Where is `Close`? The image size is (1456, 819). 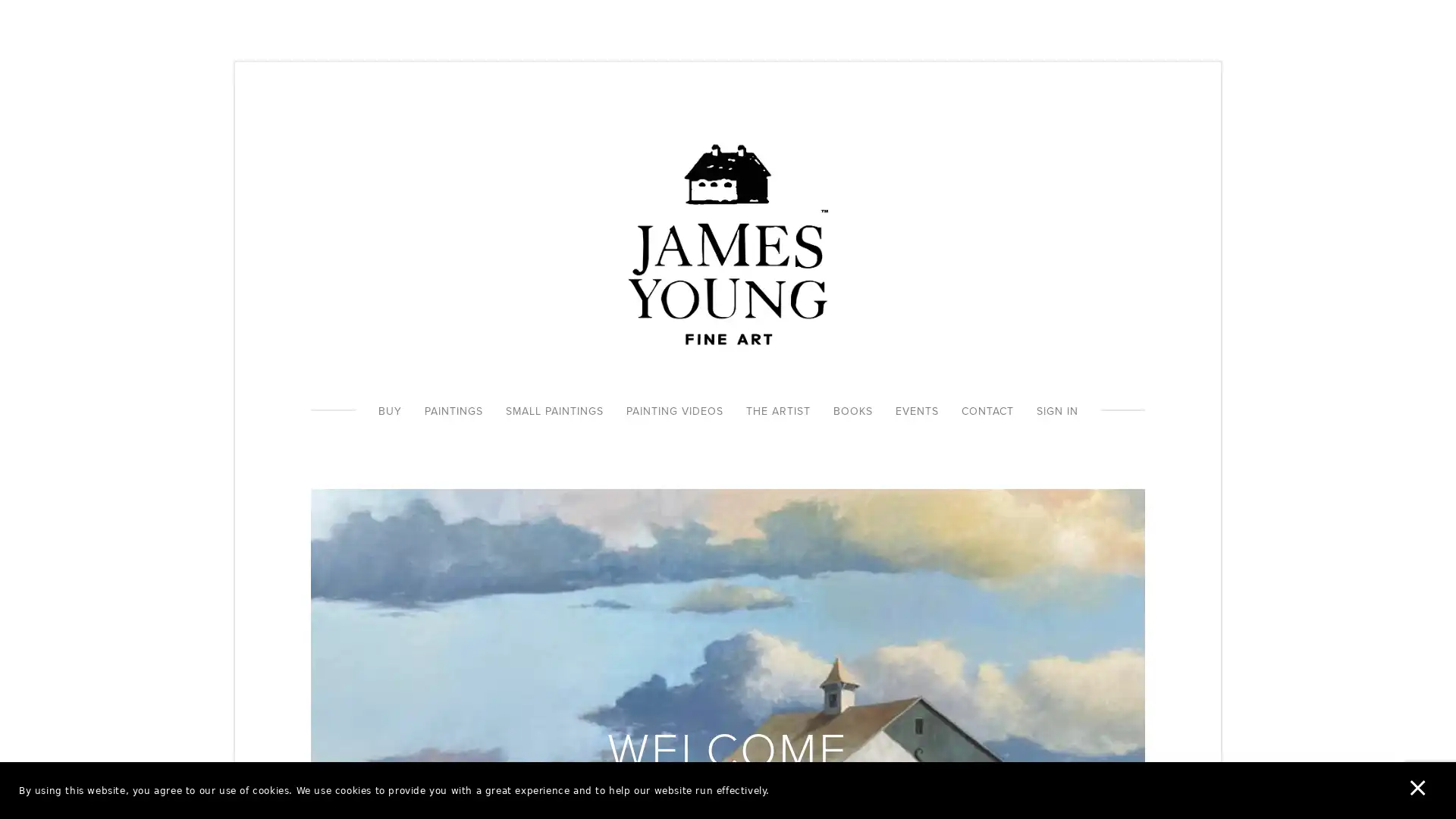 Close is located at coordinates (949, 268).